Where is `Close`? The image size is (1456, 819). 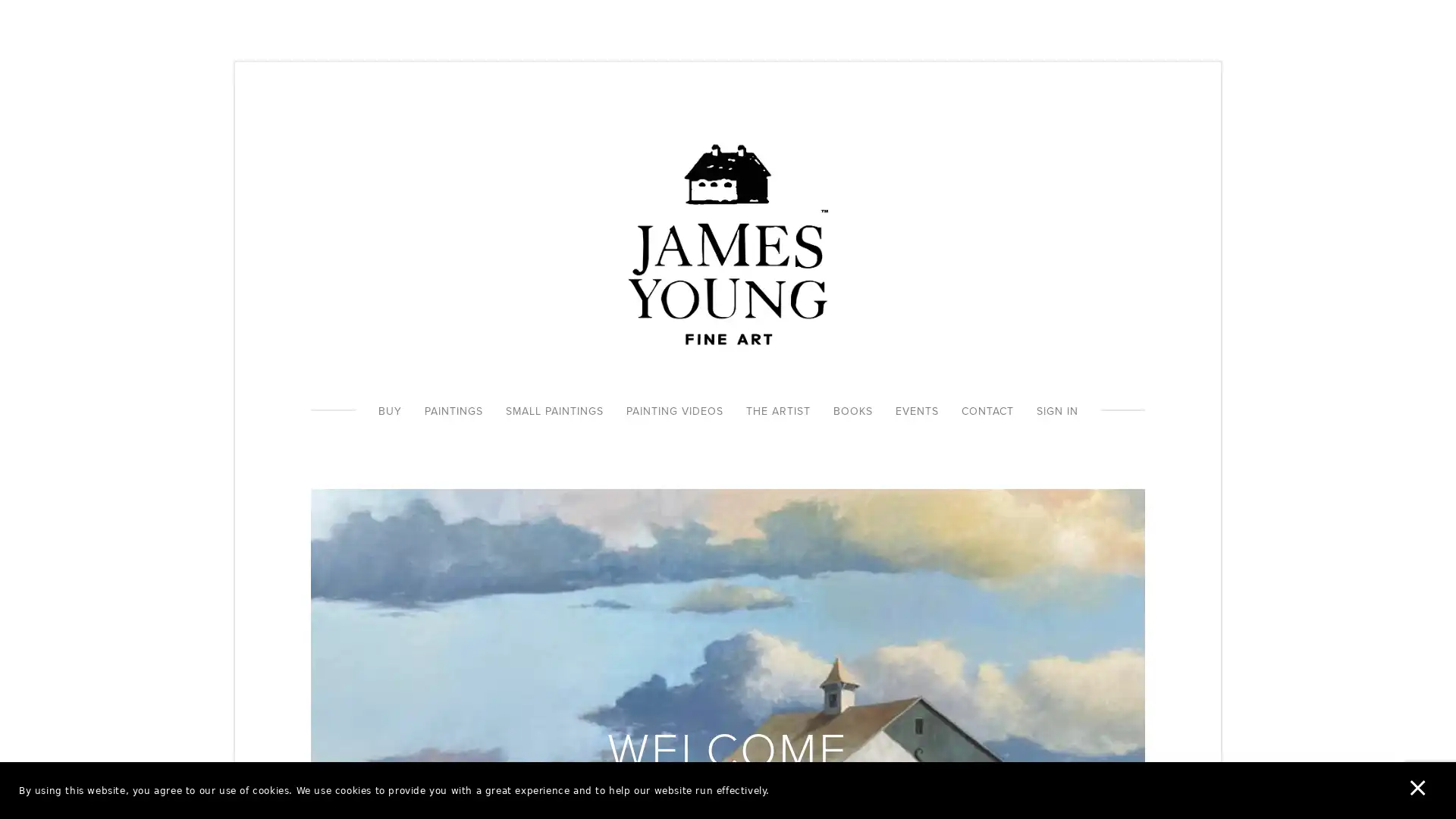 Close is located at coordinates (949, 268).